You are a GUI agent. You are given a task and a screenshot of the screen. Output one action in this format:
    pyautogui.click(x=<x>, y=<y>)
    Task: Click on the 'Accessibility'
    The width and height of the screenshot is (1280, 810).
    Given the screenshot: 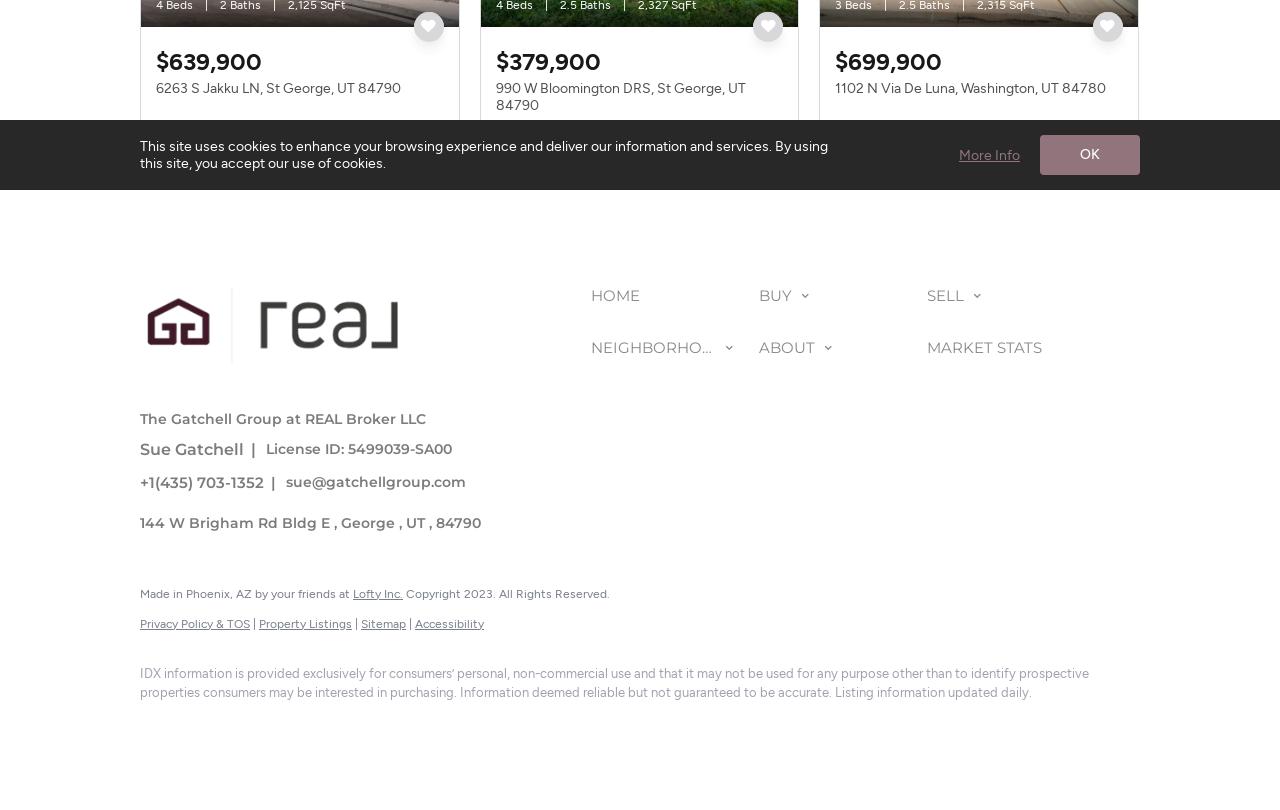 What is the action you would take?
    pyautogui.click(x=448, y=621)
    